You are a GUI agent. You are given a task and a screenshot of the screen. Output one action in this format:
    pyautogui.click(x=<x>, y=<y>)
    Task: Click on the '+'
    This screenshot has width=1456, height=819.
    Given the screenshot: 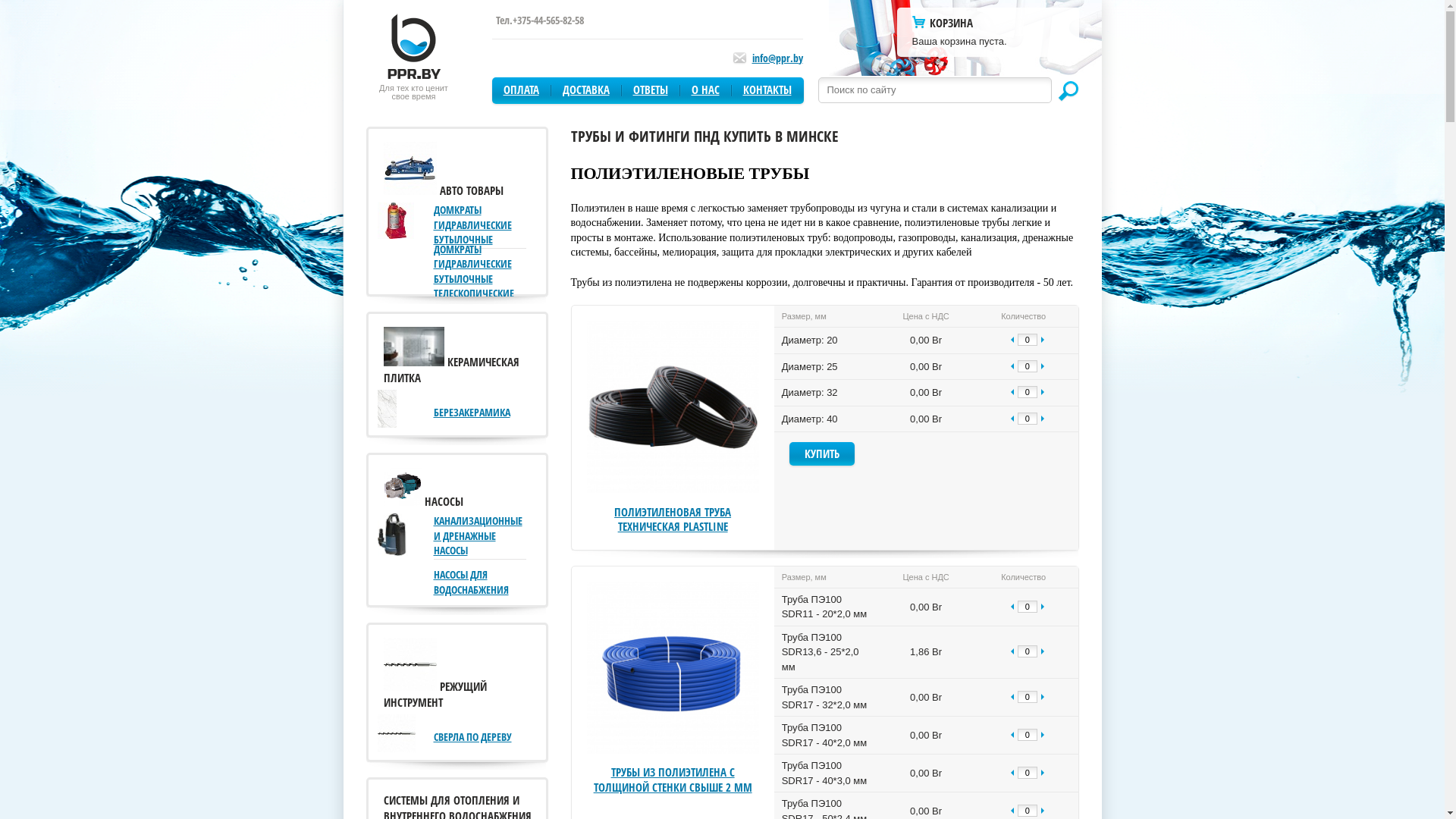 What is the action you would take?
    pyautogui.click(x=1041, y=734)
    